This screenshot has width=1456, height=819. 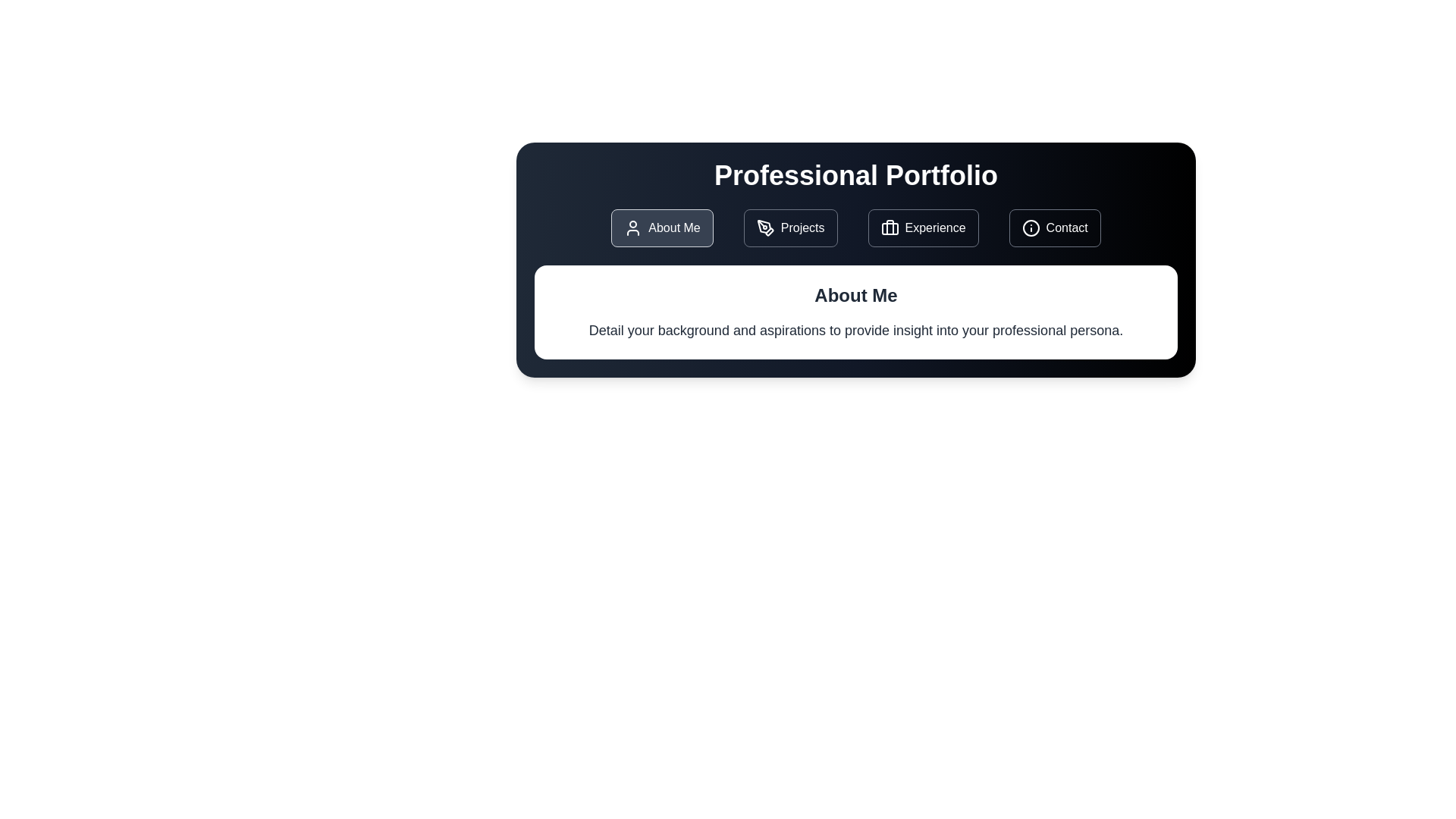 I want to click on the SVG Circle that represents the 'Contact' option, located in the upper-right corner of the main navigation bar, so click(x=1031, y=227).